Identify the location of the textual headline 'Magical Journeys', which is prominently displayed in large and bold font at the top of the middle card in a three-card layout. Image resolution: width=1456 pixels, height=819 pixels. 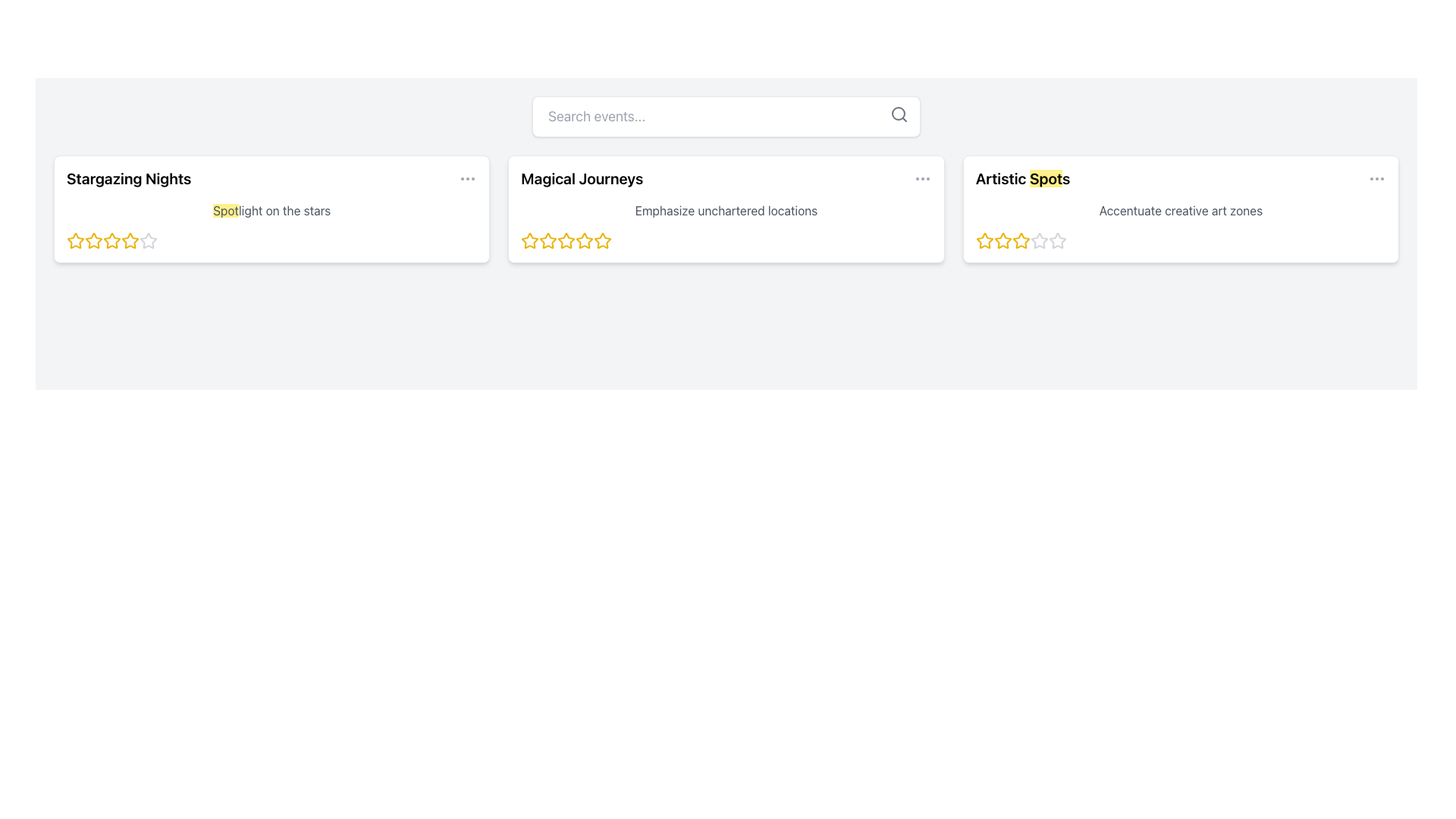
(581, 177).